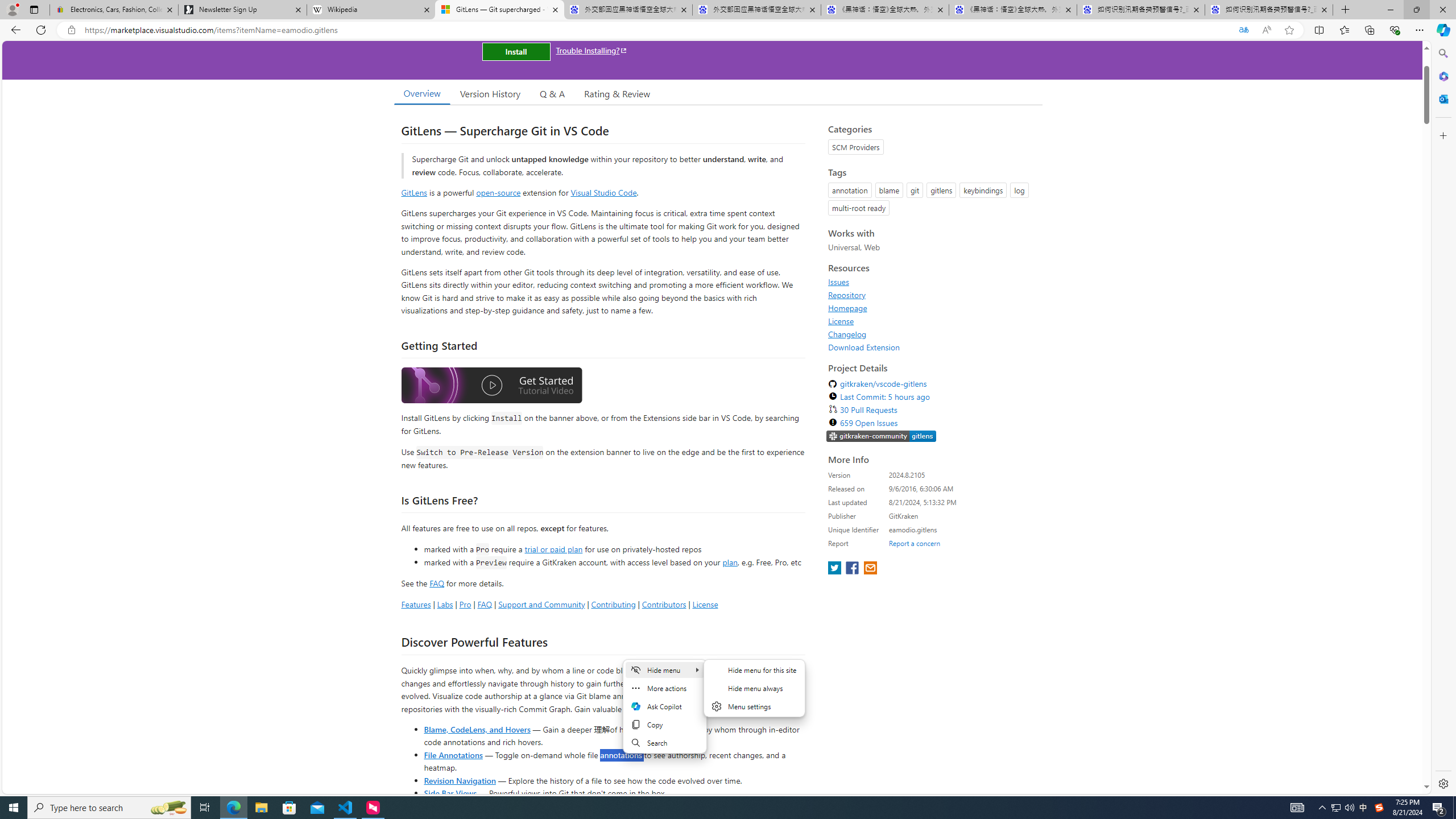 The image size is (1456, 819). What do you see at coordinates (449, 792) in the screenshot?
I see `'Side Bar Views'` at bounding box center [449, 792].